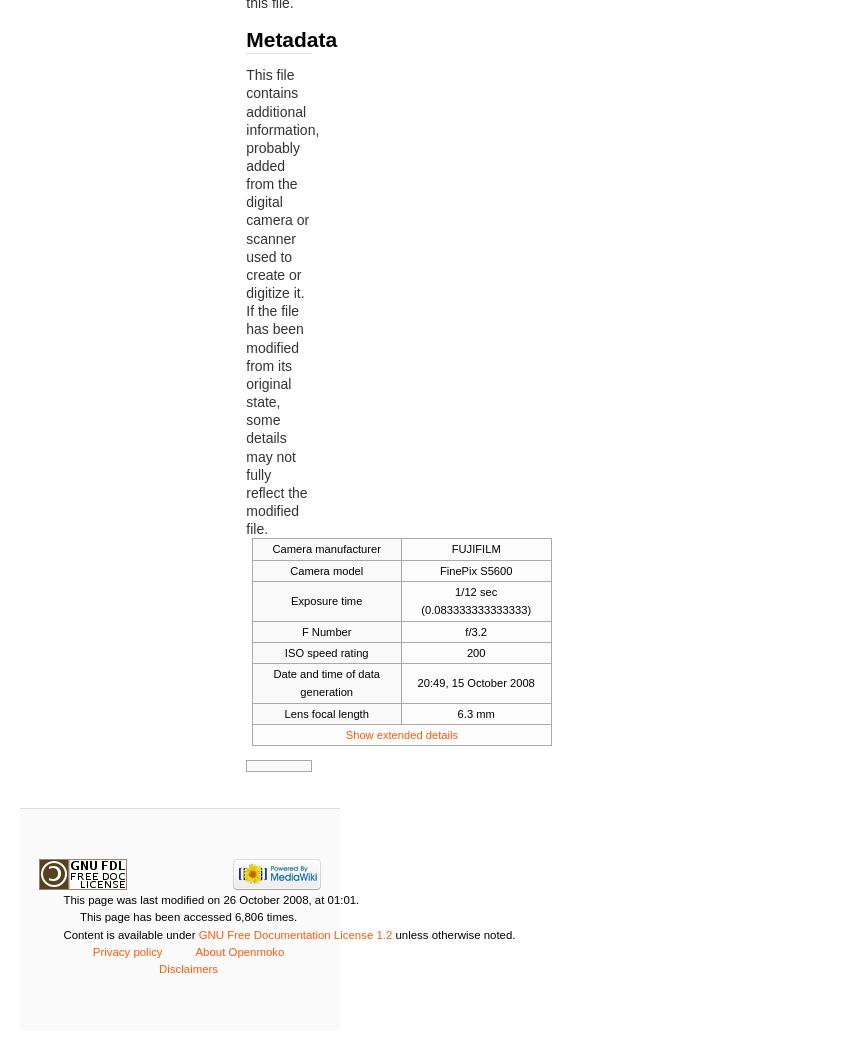  What do you see at coordinates (324, 653) in the screenshot?
I see `'ISO speed rating'` at bounding box center [324, 653].